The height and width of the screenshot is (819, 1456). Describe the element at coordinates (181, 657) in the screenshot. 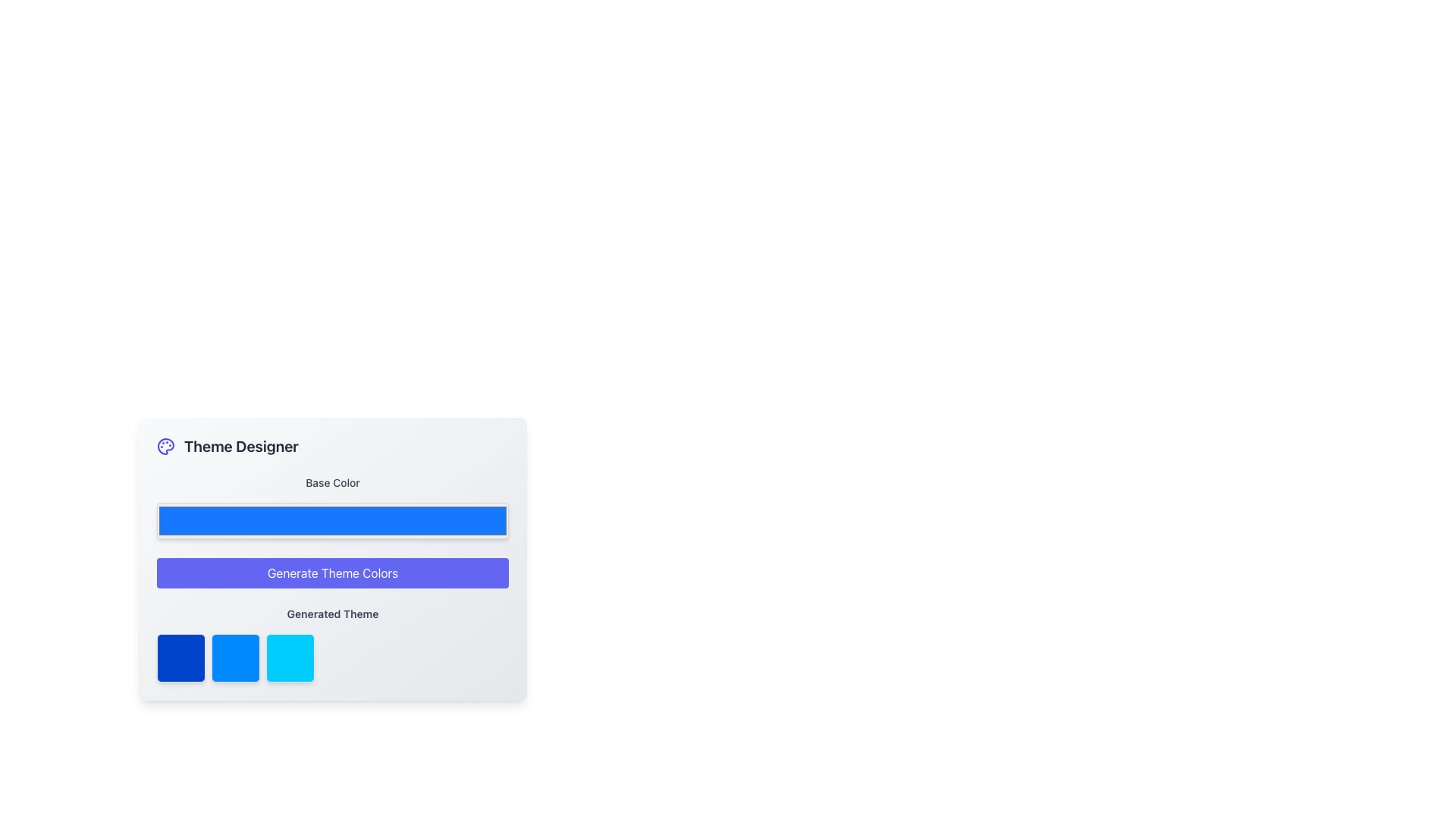

I see `the first static visual box in the 'Generated Theme' section, located beneath the 'Generate Theme Colors' button` at that location.